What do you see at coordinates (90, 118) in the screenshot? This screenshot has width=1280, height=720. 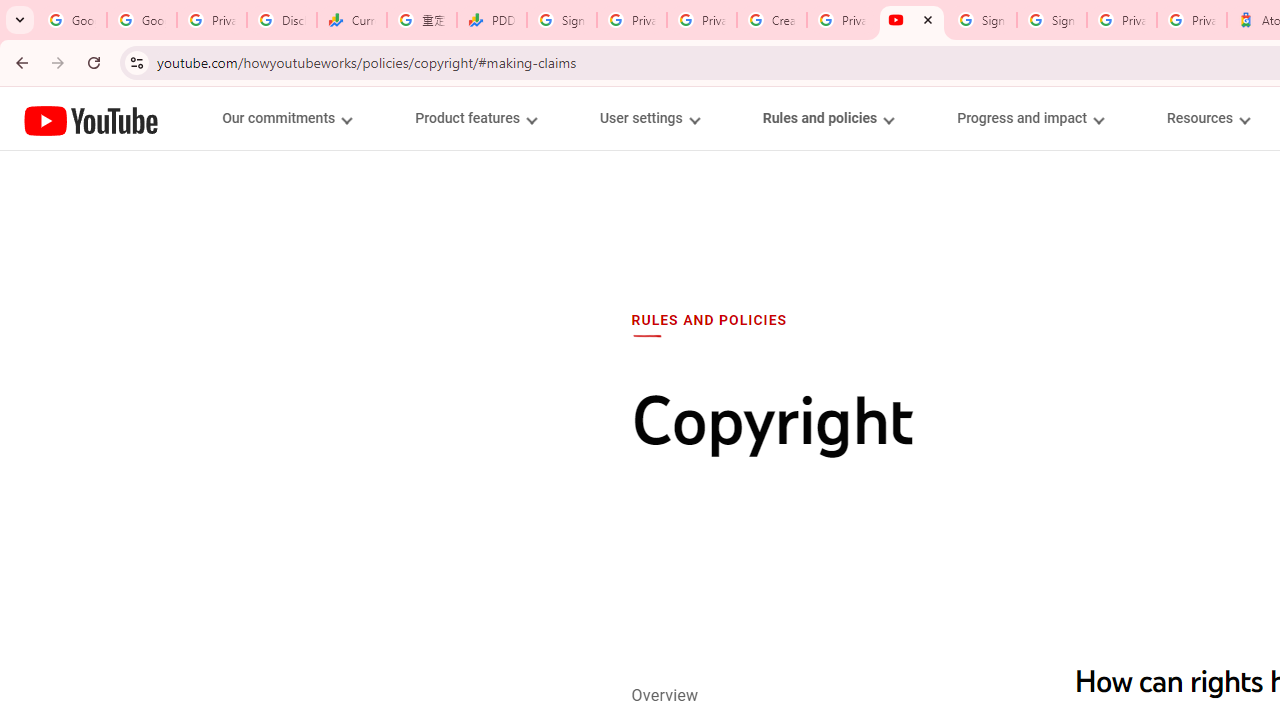 I see `'How YouTube Works'` at bounding box center [90, 118].